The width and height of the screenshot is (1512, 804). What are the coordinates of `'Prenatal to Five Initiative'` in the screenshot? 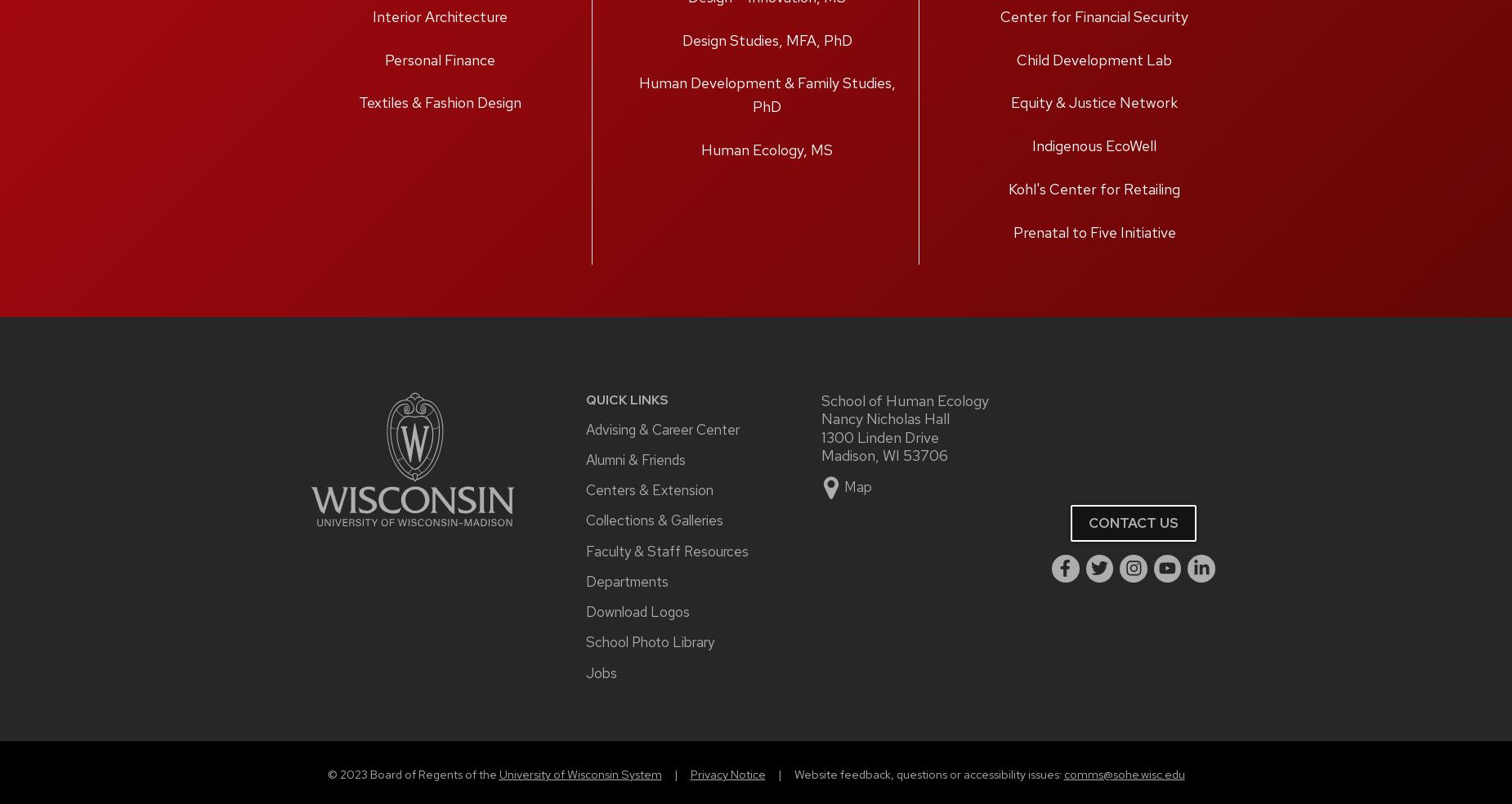 It's located at (1093, 230).